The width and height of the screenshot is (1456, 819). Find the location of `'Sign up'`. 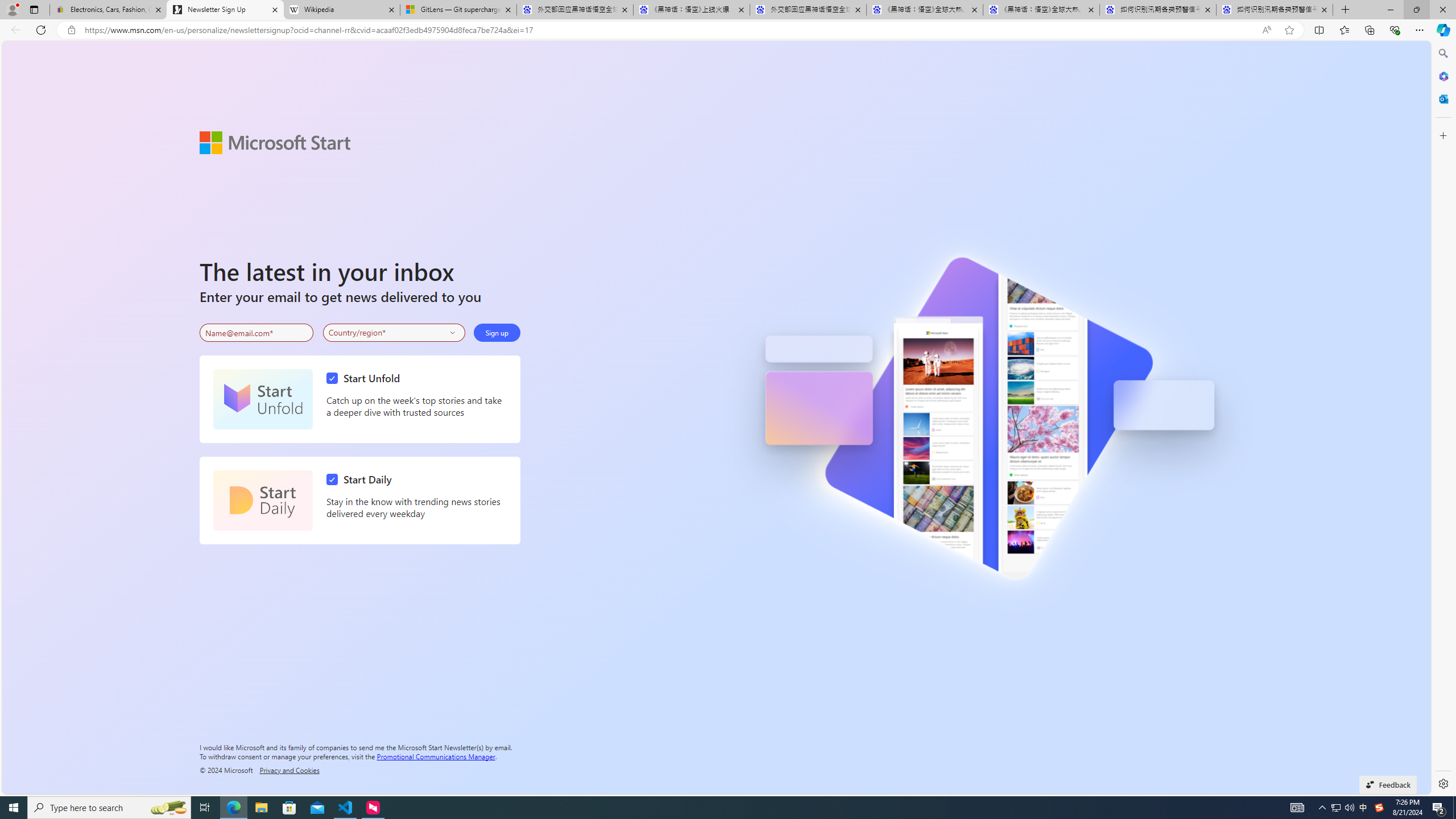

'Sign up' is located at coordinates (496, 333).